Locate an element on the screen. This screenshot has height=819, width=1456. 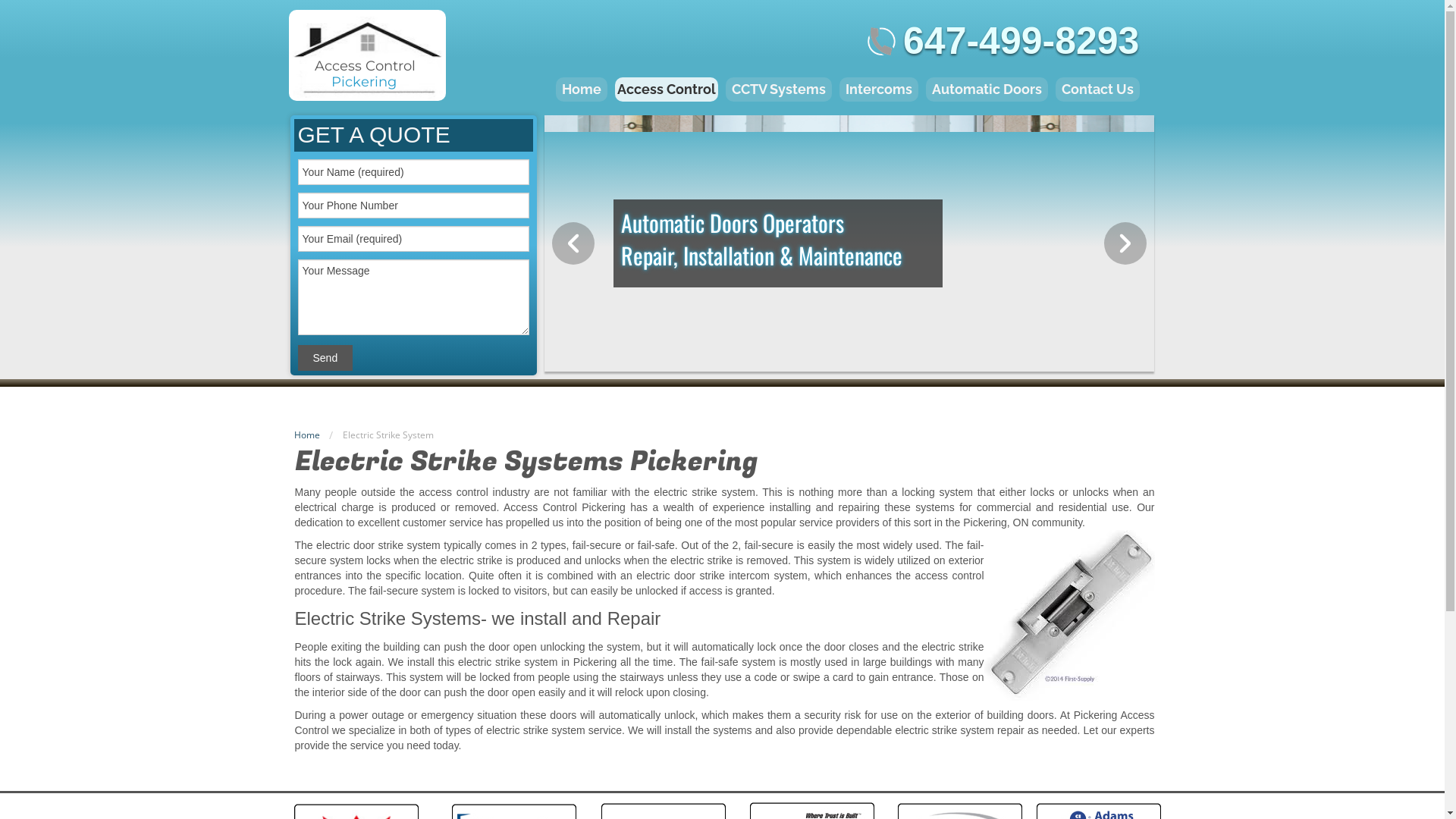
'Access Control' is located at coordinates (666, 89).